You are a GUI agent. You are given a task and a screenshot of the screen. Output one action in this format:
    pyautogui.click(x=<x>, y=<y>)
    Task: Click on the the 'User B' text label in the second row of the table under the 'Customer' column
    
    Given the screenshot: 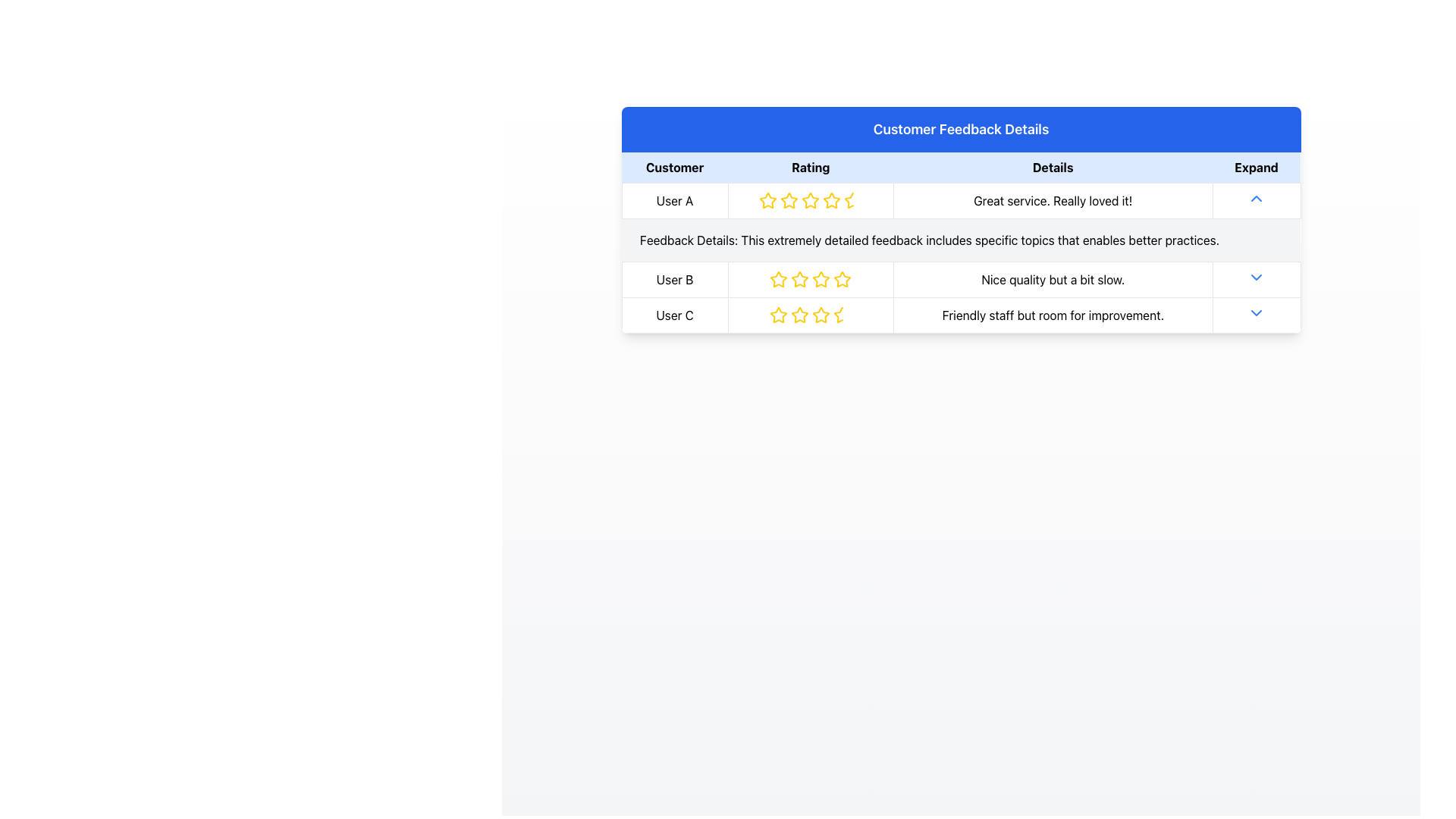 What is the action you would take?
    pyautogui.click(x=674, y=280)
    